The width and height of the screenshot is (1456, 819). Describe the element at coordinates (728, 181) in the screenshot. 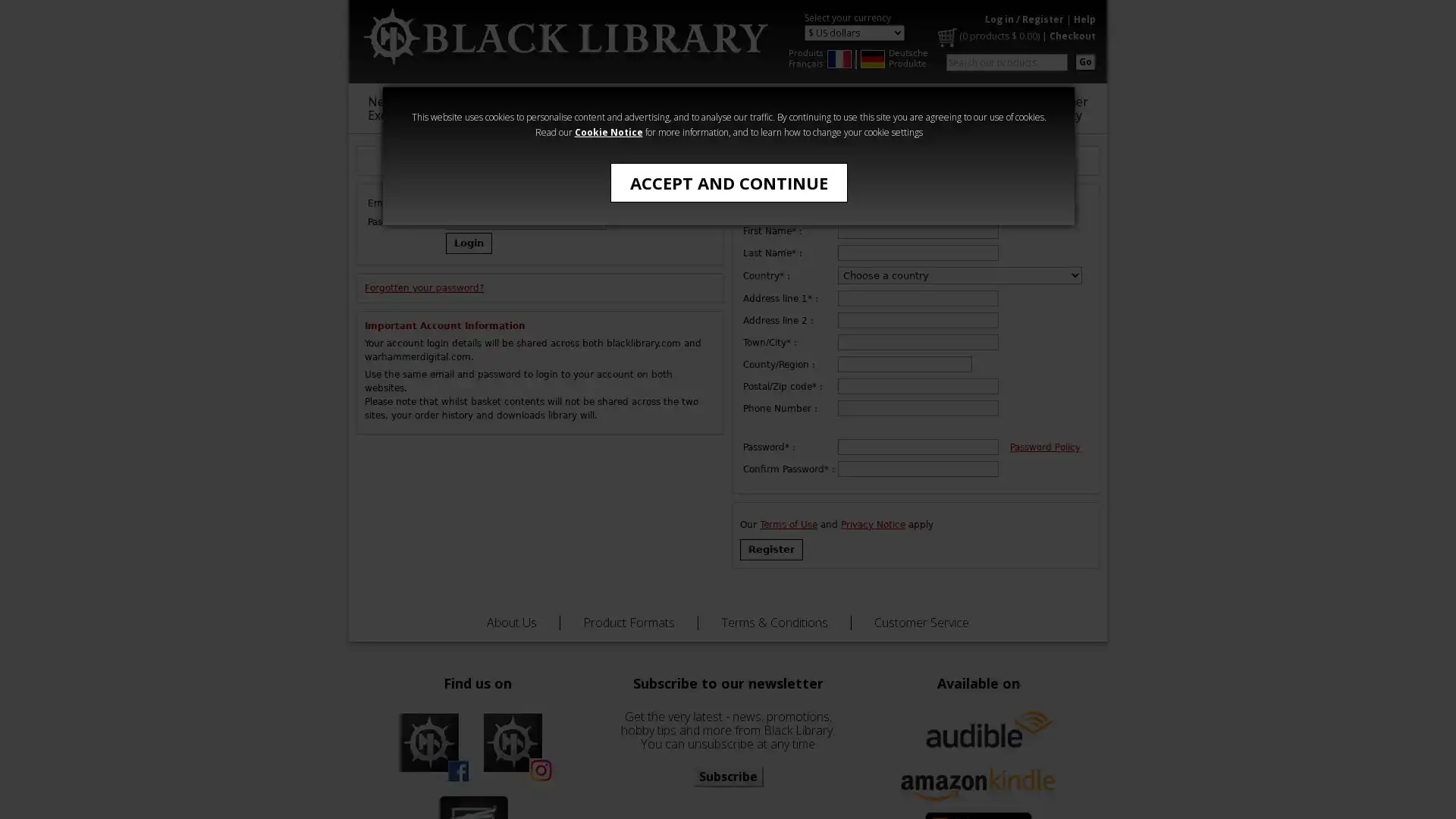

I see `ACCEPT AND CONTINUE` at that location.